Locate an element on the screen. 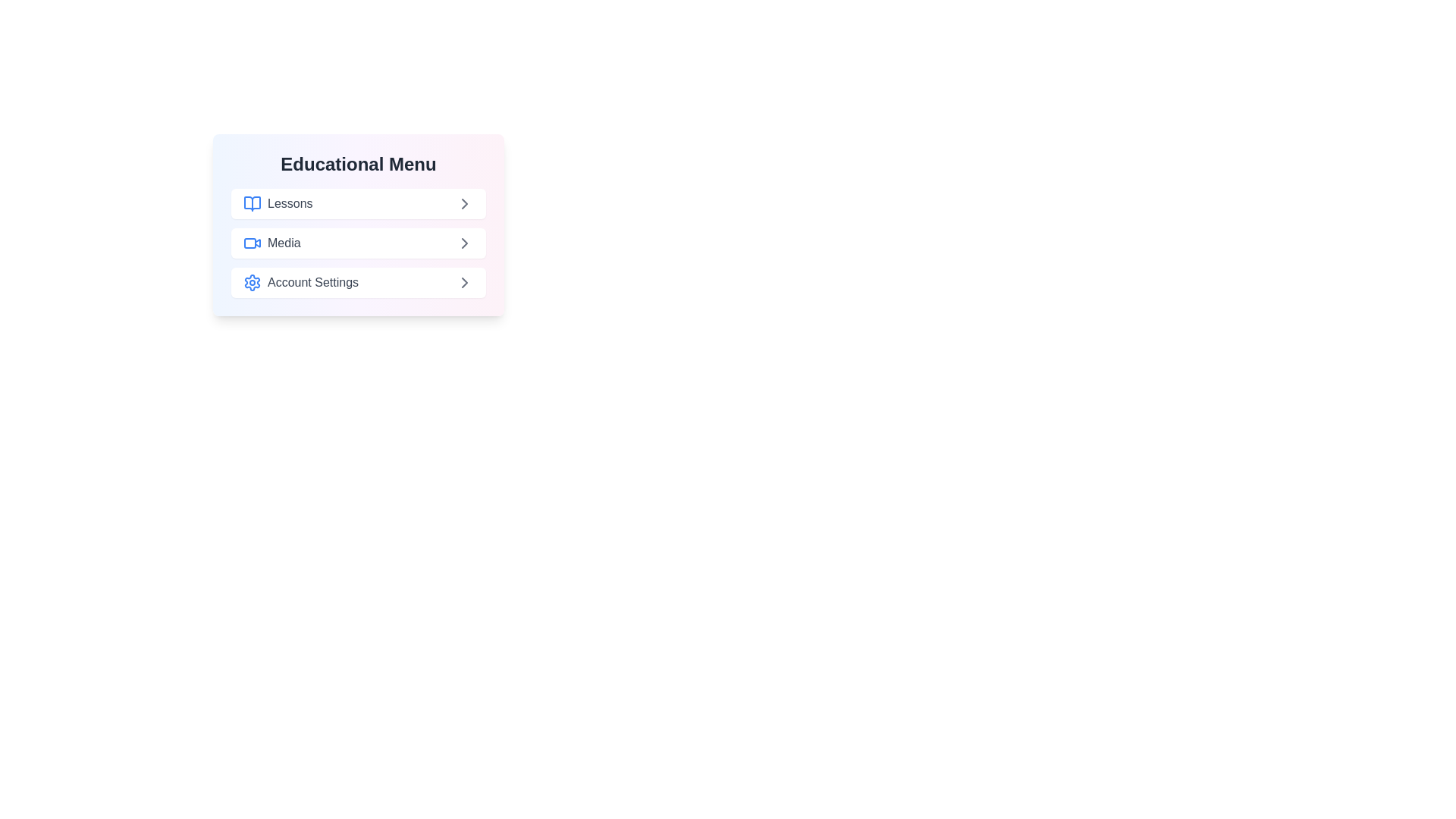 The width and height of the screenshot is (1456, 819). the right-facing chevron icon located to the right of the 'Media' text label in the Educational Menu interface is located at coordinates (464, 242).